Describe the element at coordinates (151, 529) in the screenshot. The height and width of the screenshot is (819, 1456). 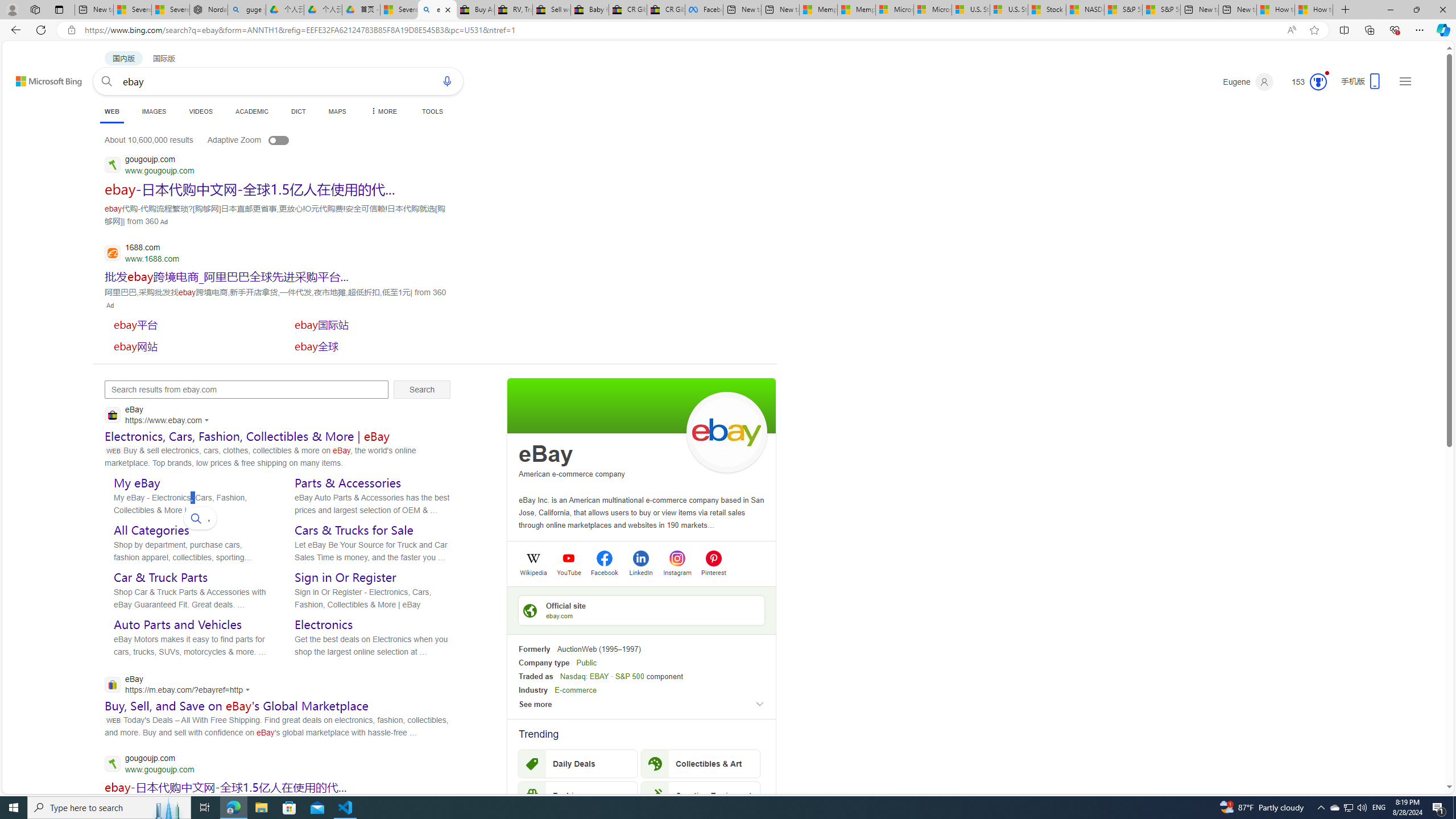
I see `'All Categories'` at that location.